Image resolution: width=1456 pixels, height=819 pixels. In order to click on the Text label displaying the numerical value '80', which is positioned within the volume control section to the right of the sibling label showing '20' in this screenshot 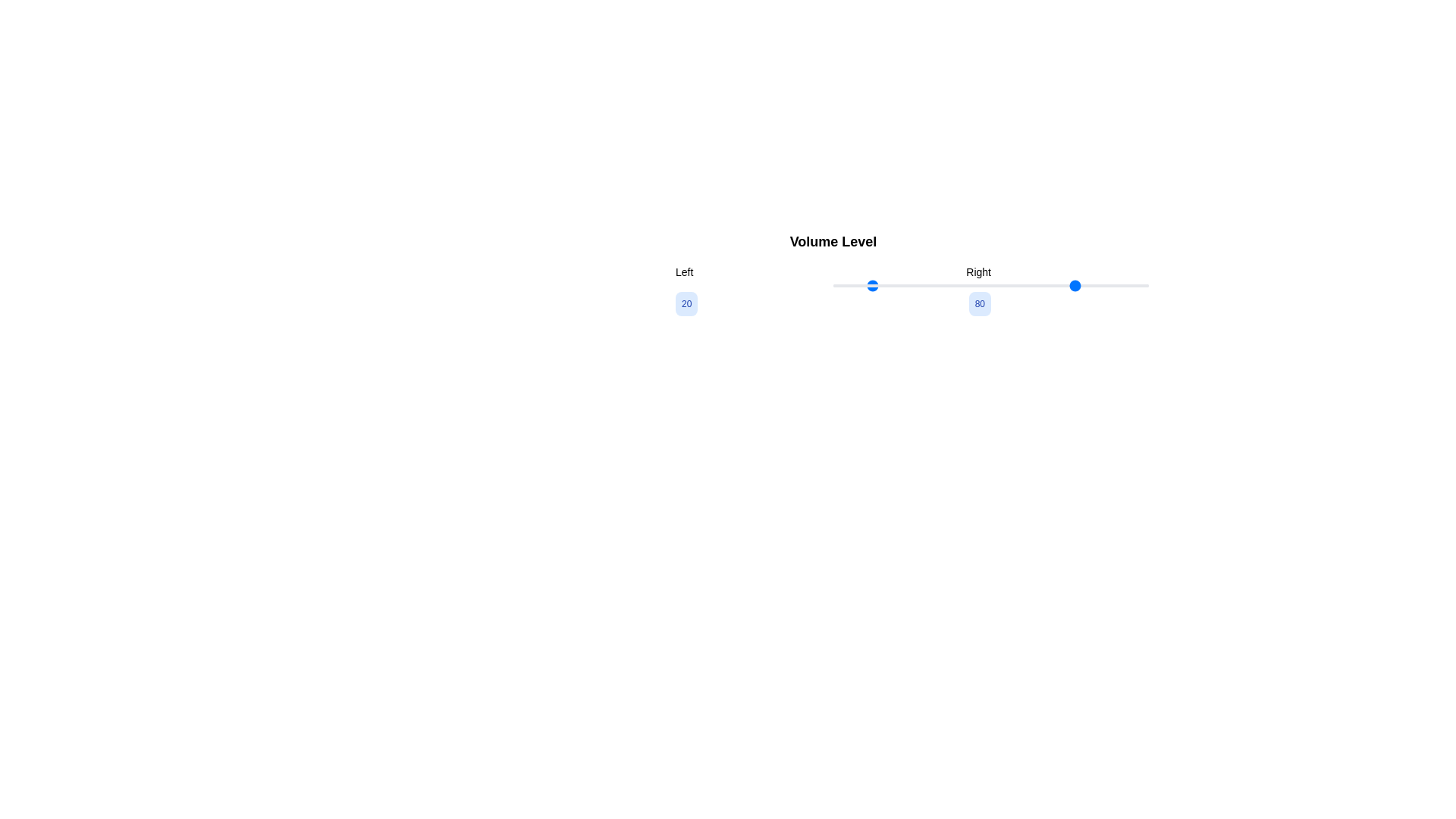, I will do `click(980, 304)`.